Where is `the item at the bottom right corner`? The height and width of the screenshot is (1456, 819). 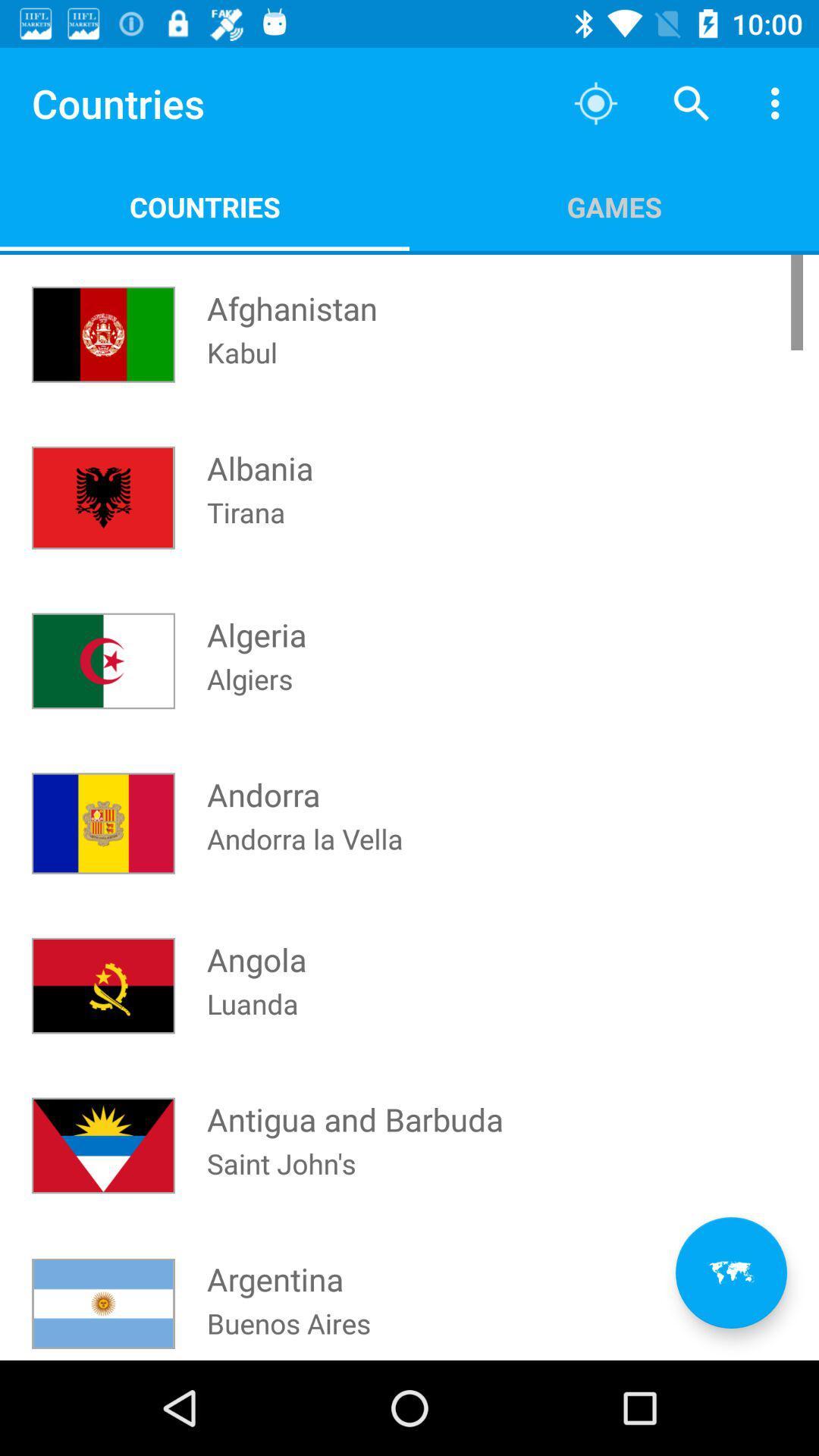
the item at the bottom right corner is located at coordinates (730, 1272).